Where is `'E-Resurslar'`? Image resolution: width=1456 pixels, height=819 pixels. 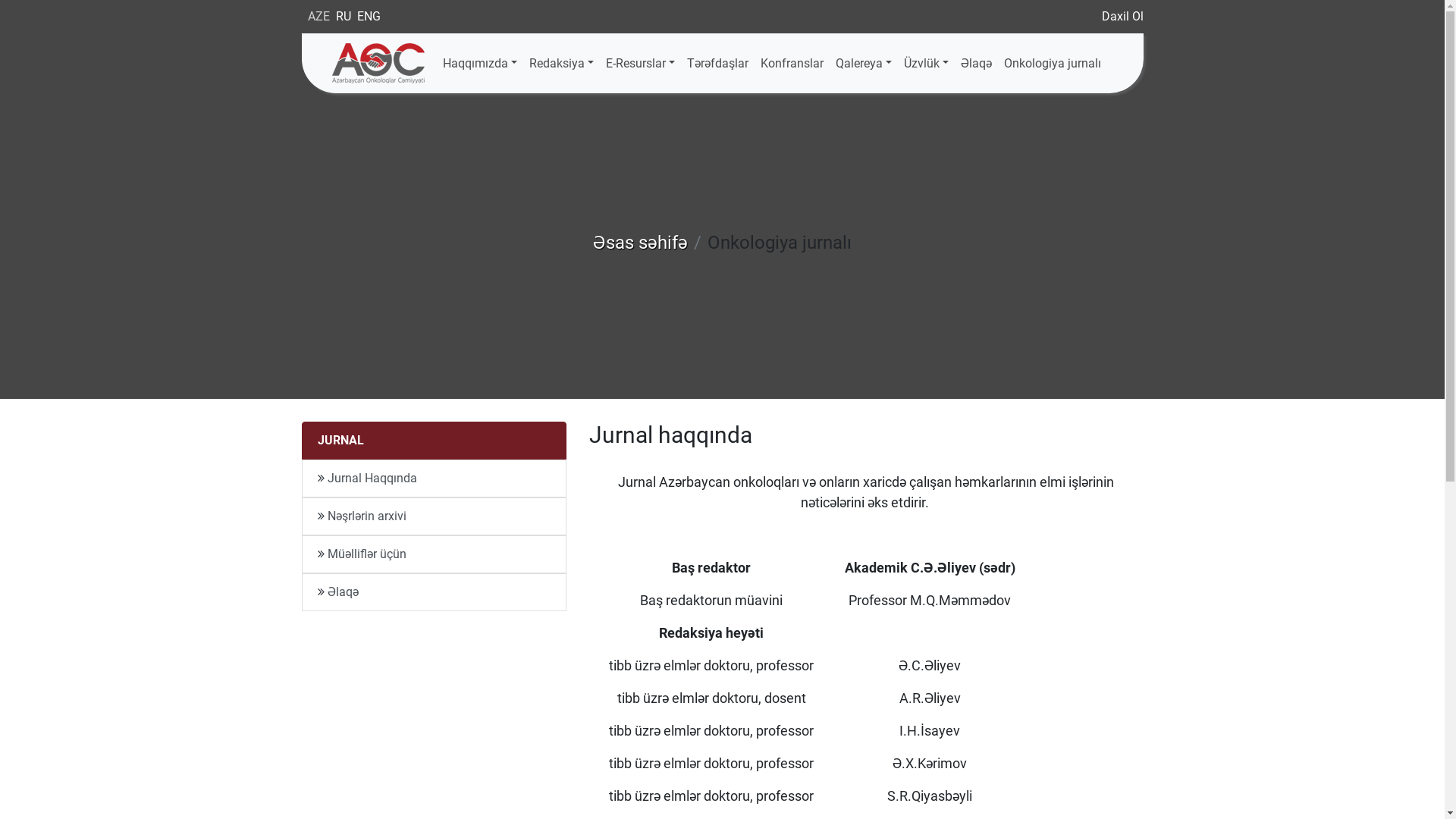 'E-Resurslar' is located at coordinates (599, 63).